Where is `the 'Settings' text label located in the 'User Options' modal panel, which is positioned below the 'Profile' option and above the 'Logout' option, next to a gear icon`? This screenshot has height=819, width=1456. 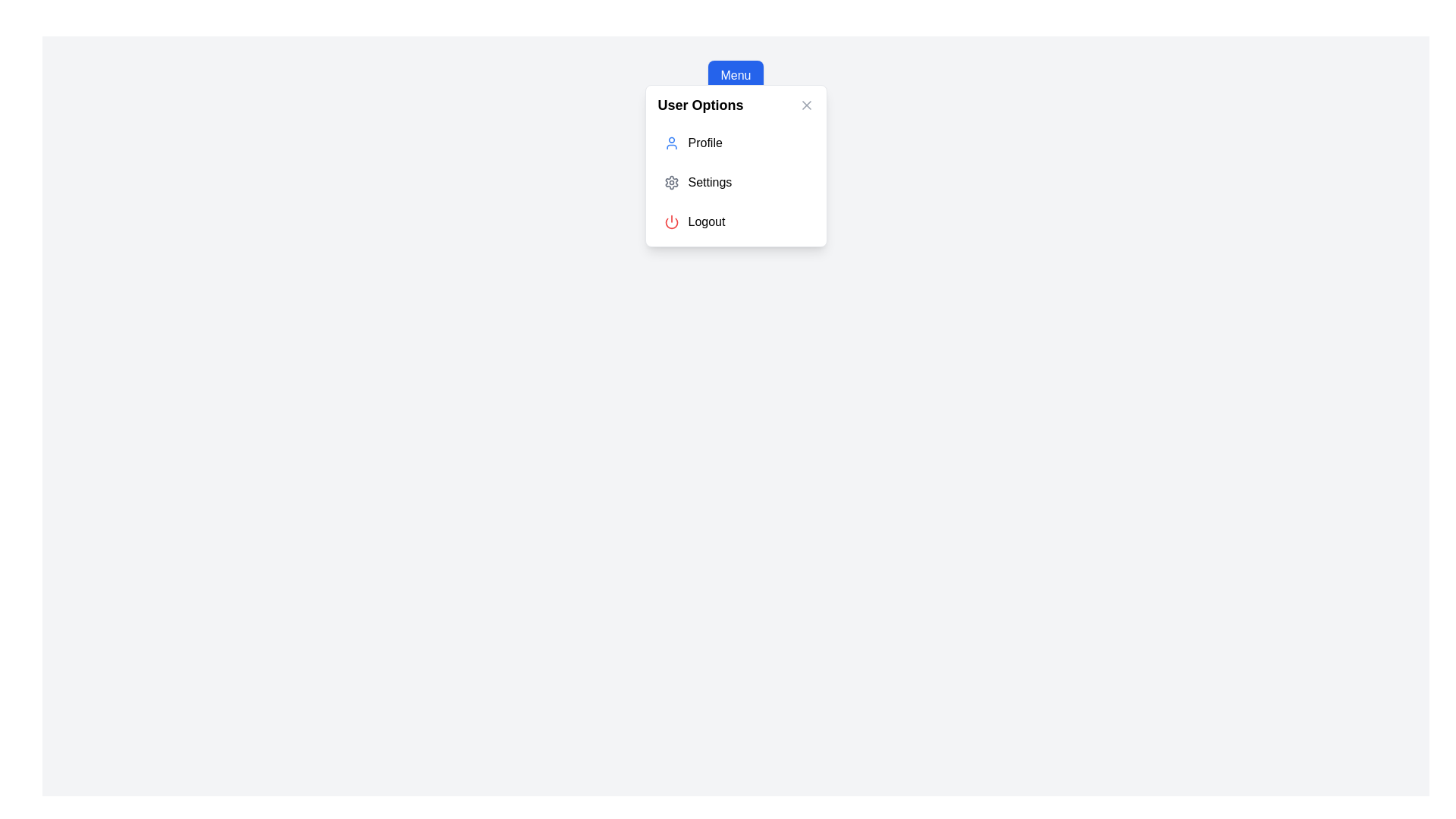 the 'Settings' text label located in the 'User Options' modal panel, which is positioned below the 'Profile' option and above the 'Logout' option, next to a gear icon is located at coordinates (709, 181).